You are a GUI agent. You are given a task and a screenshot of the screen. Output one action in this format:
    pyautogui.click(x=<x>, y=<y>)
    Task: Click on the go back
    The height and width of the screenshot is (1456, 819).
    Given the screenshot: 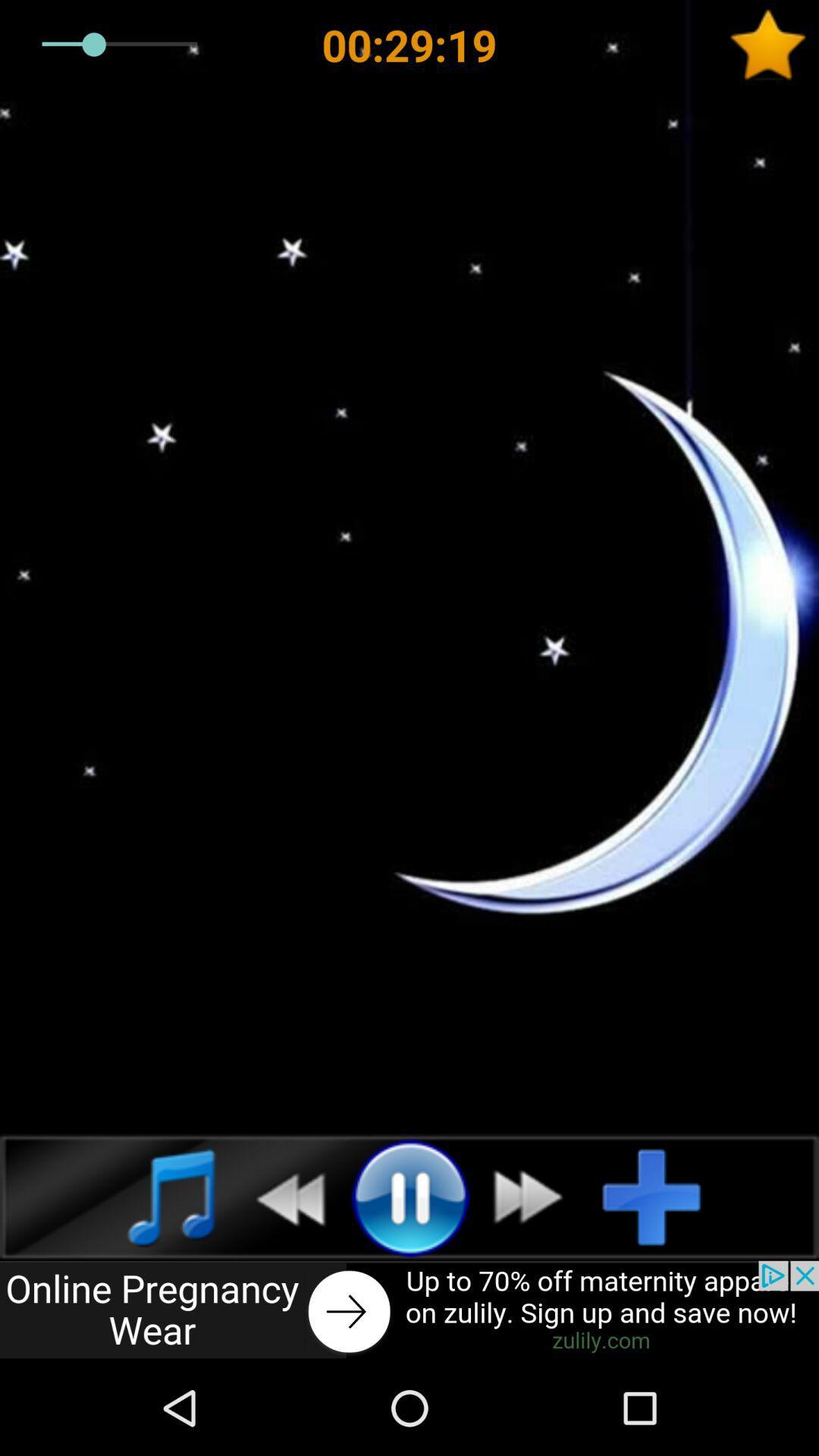 What is the action you would take?
    pyautogui.click(x=409, y=1310)
    